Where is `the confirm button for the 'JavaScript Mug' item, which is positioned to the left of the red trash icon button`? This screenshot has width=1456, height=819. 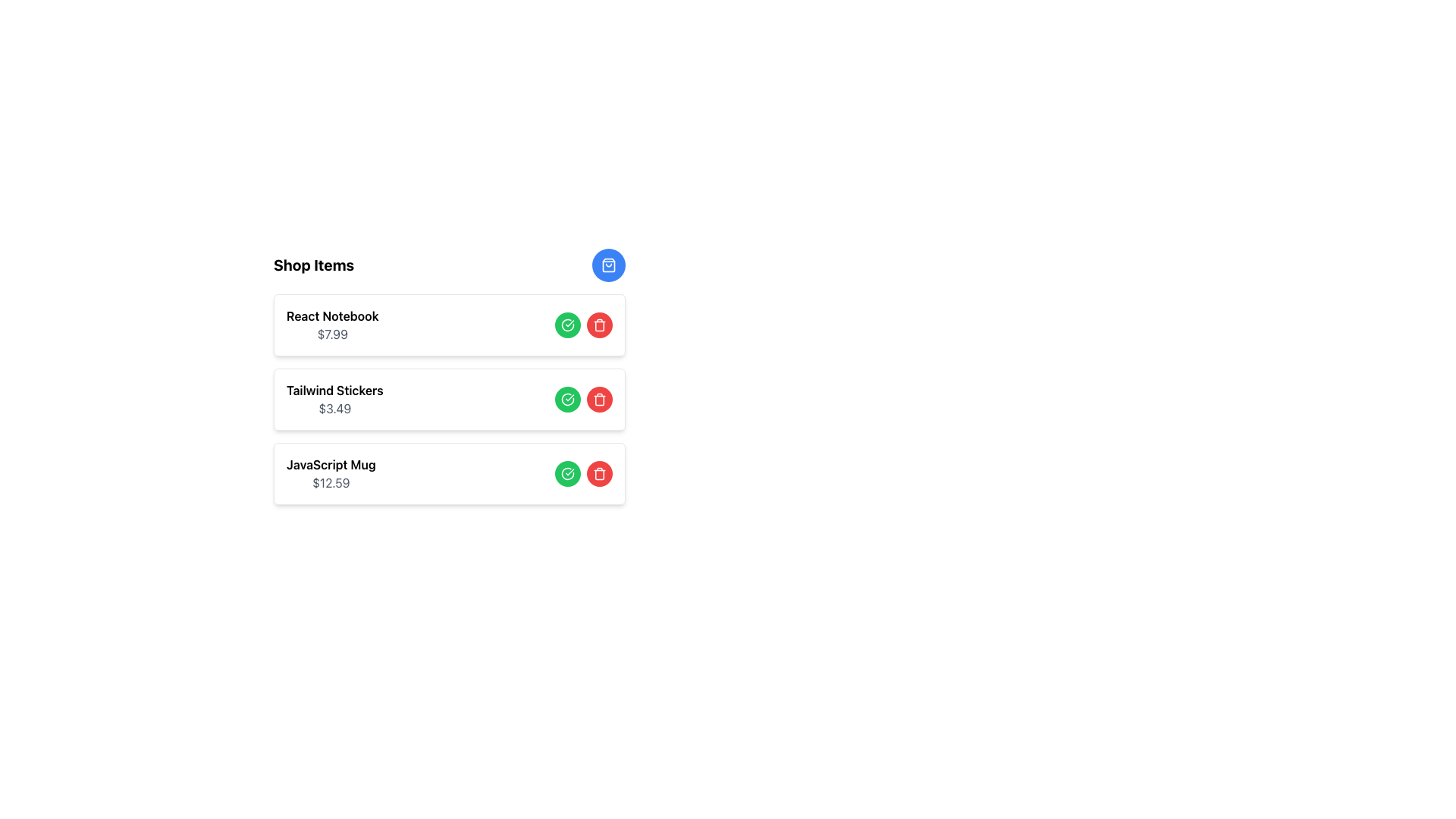
the confirm button for the 'JavaScript Mug' item, which is positioned to the left of the red trash icon button is located at coordinates (566, 472).